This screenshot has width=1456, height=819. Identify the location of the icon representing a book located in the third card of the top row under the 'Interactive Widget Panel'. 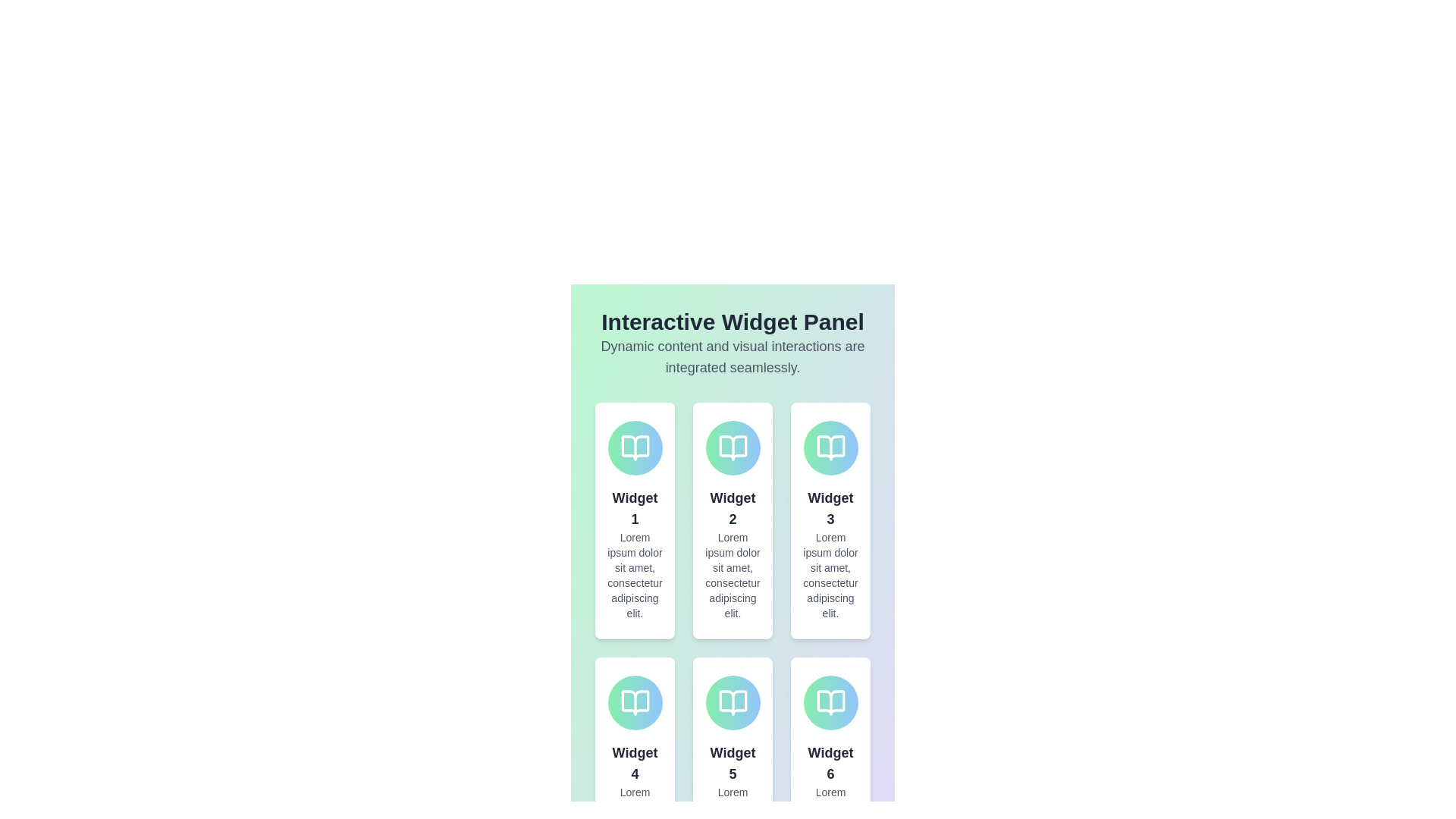
(830, 447).